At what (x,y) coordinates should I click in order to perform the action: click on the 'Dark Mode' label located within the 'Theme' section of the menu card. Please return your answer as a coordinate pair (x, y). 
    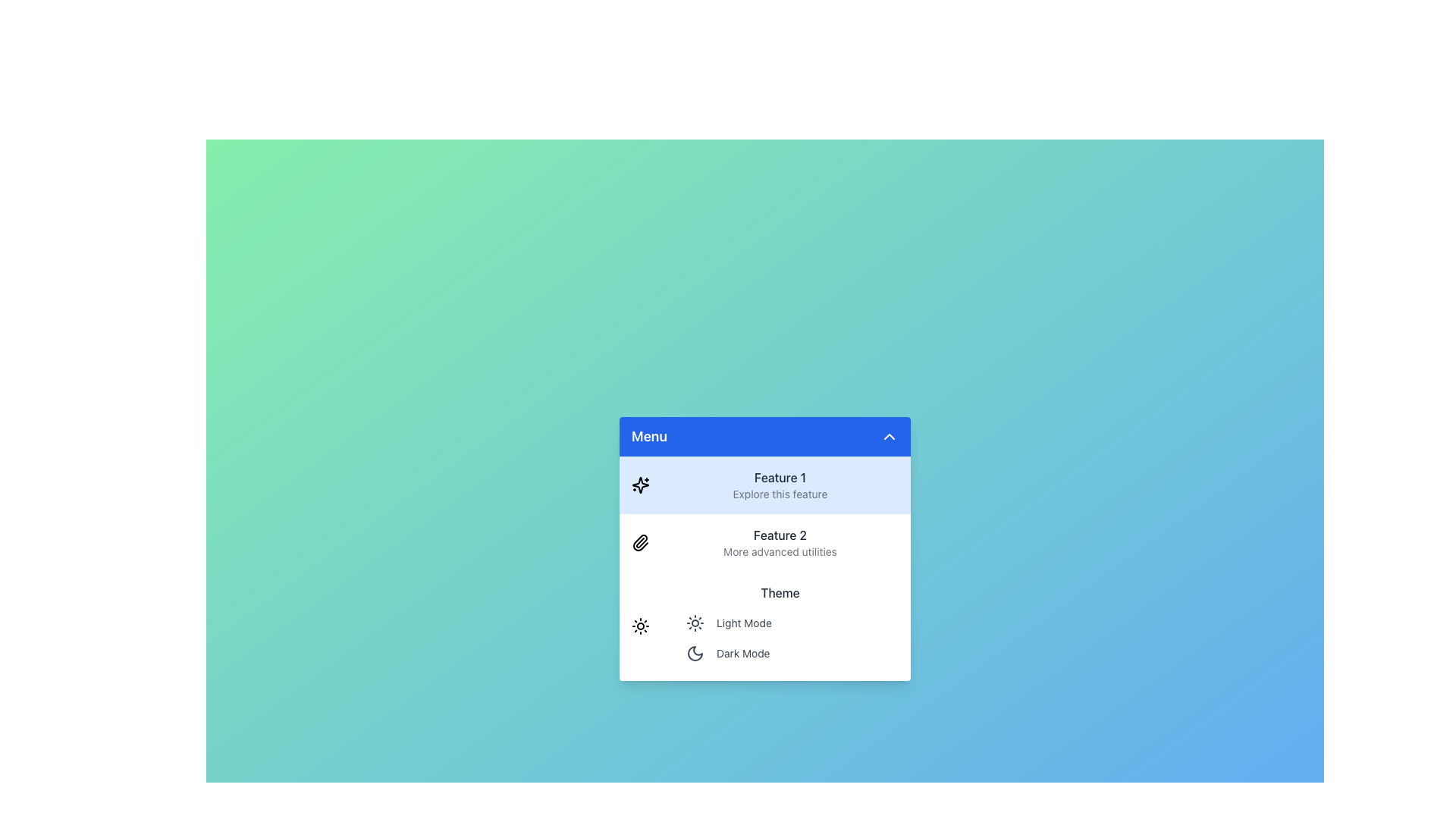
    Looking at the image, I should click on (742, 652).